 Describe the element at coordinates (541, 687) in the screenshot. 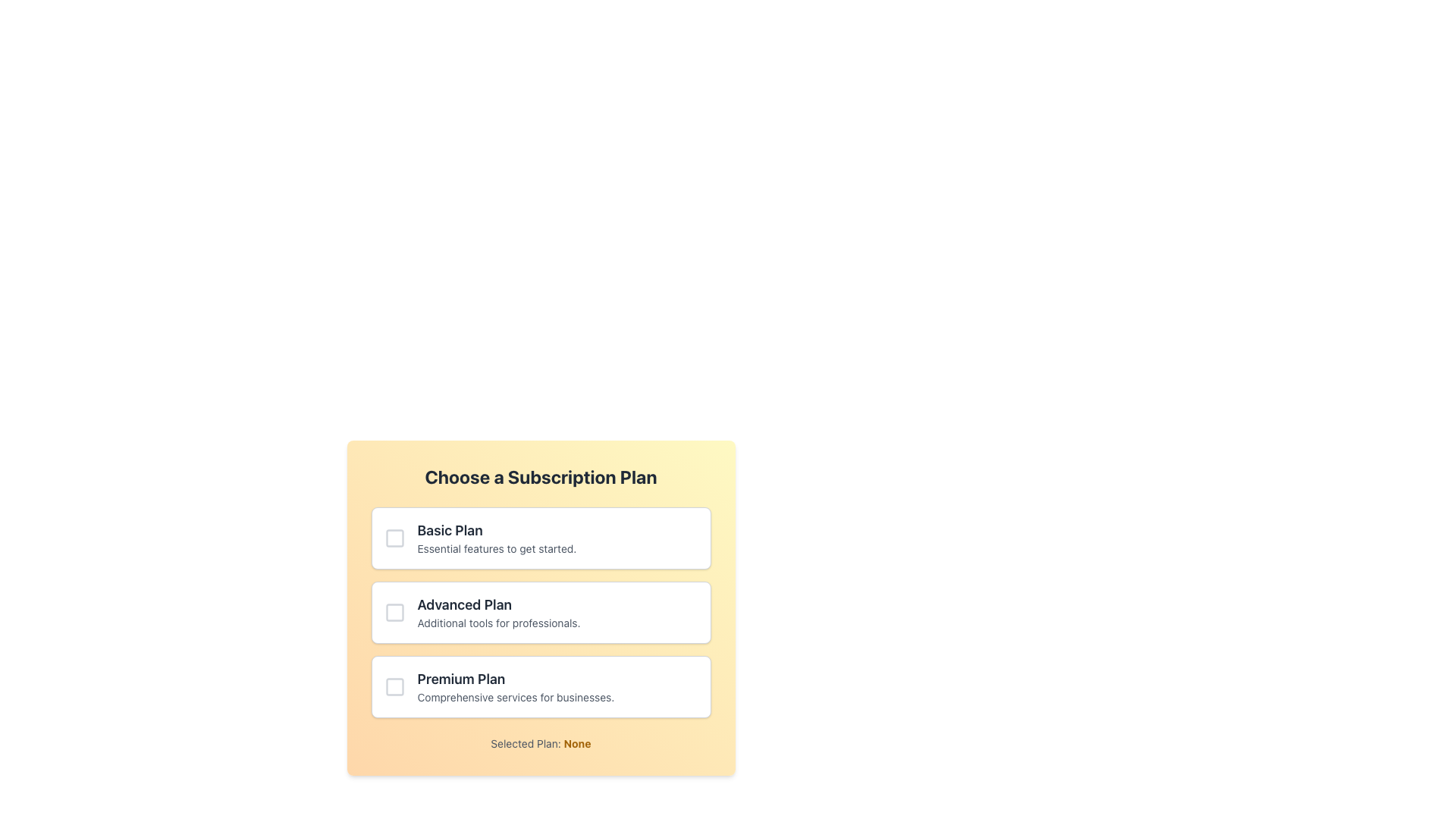

I see `the checkbox for the 'Premium Plan' subscription option` at that location.